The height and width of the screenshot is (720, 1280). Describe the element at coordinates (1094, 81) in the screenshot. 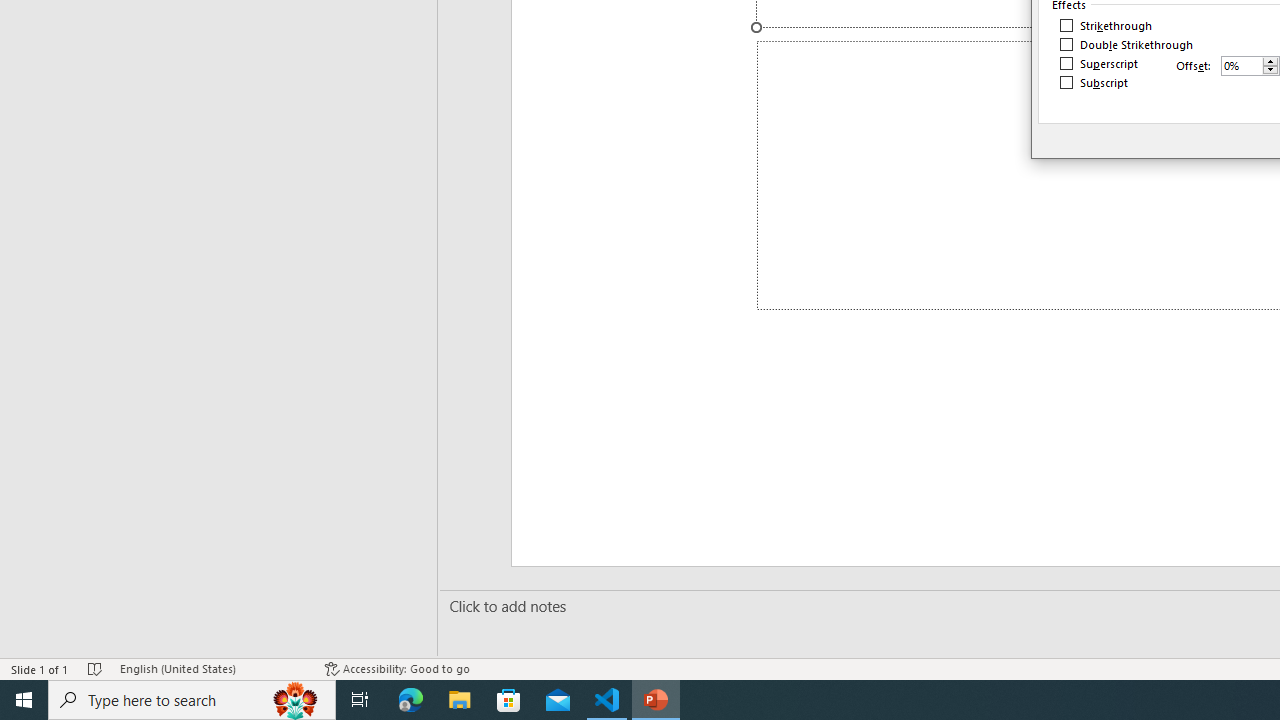

I see `'Subscript'` at that location.